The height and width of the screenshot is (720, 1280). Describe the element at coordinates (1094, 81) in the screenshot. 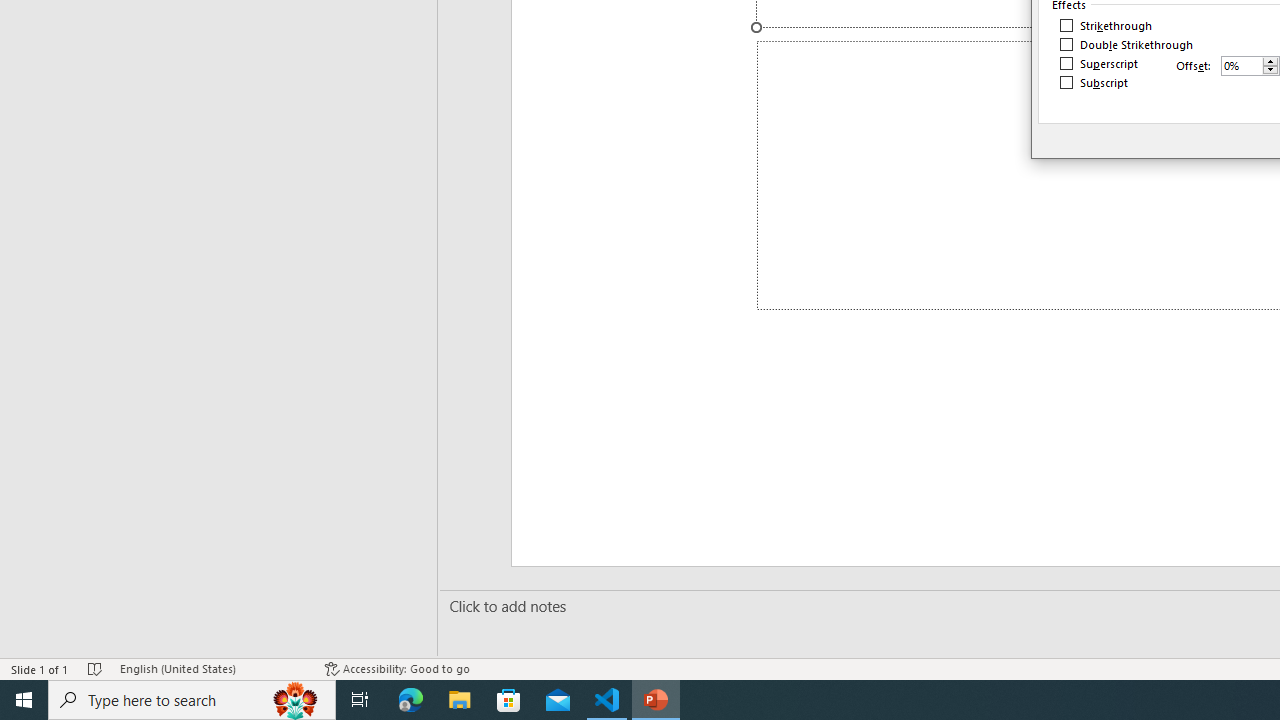

I see `'Subscript'` at that location.